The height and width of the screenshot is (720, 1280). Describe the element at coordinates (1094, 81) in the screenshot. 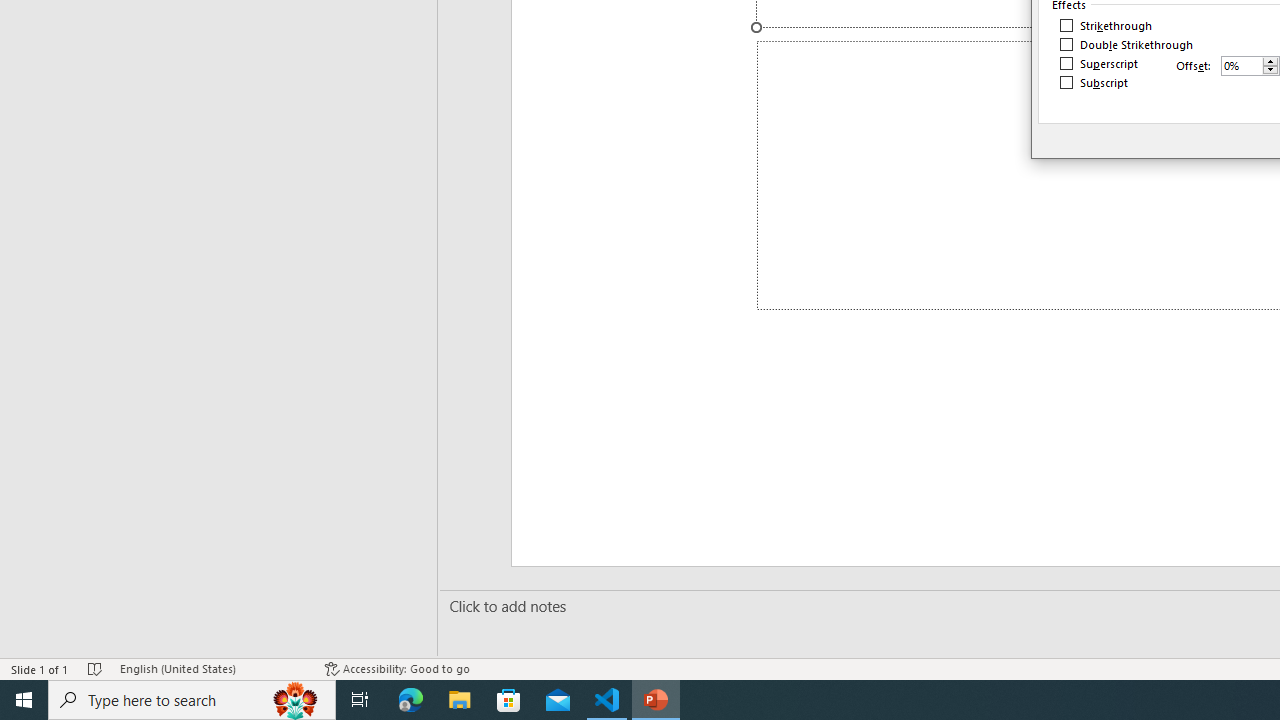

I see `'Subscript'` at that location.